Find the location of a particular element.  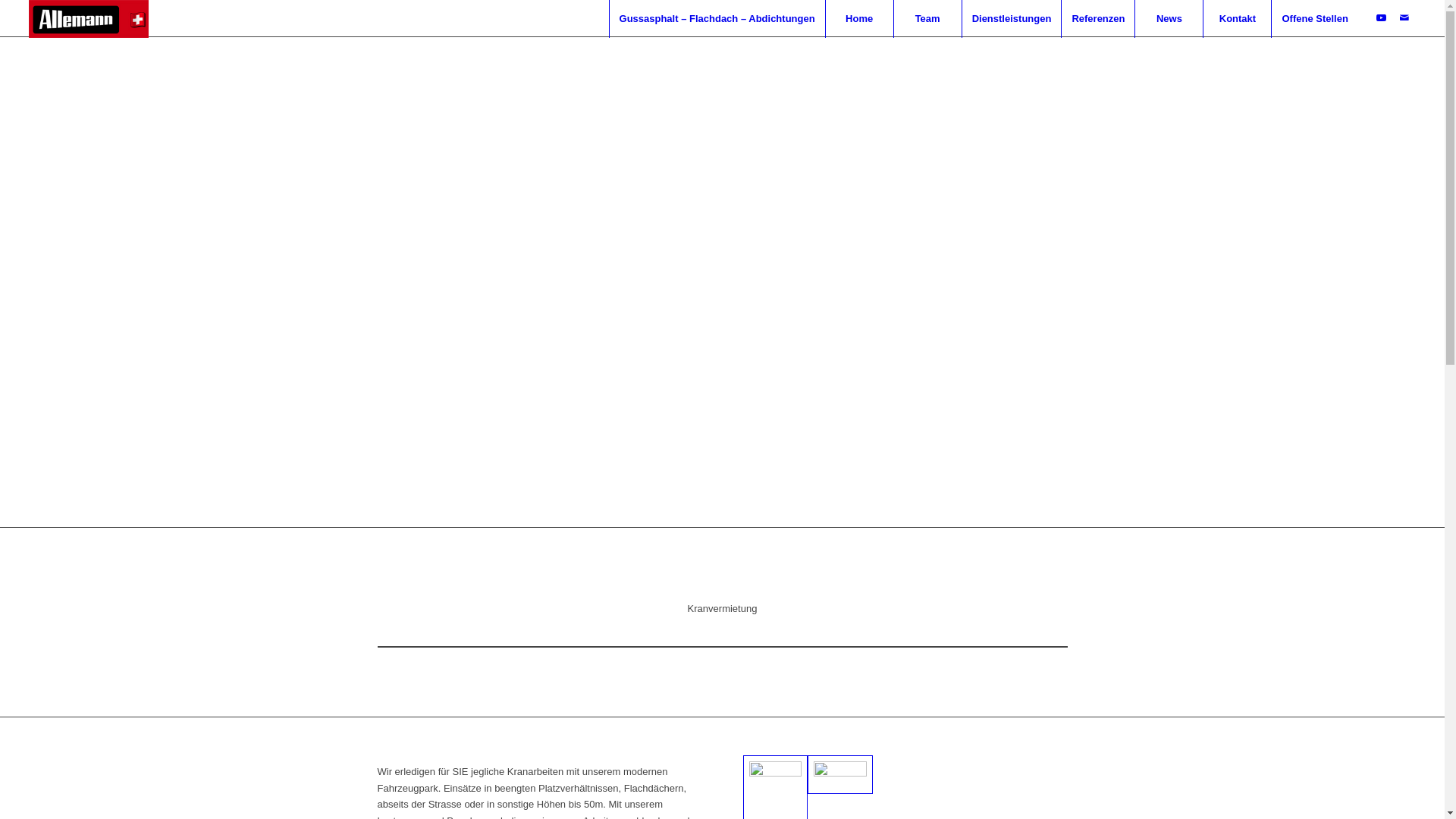

'Referenzen' is located at coordinates (1097, 18).